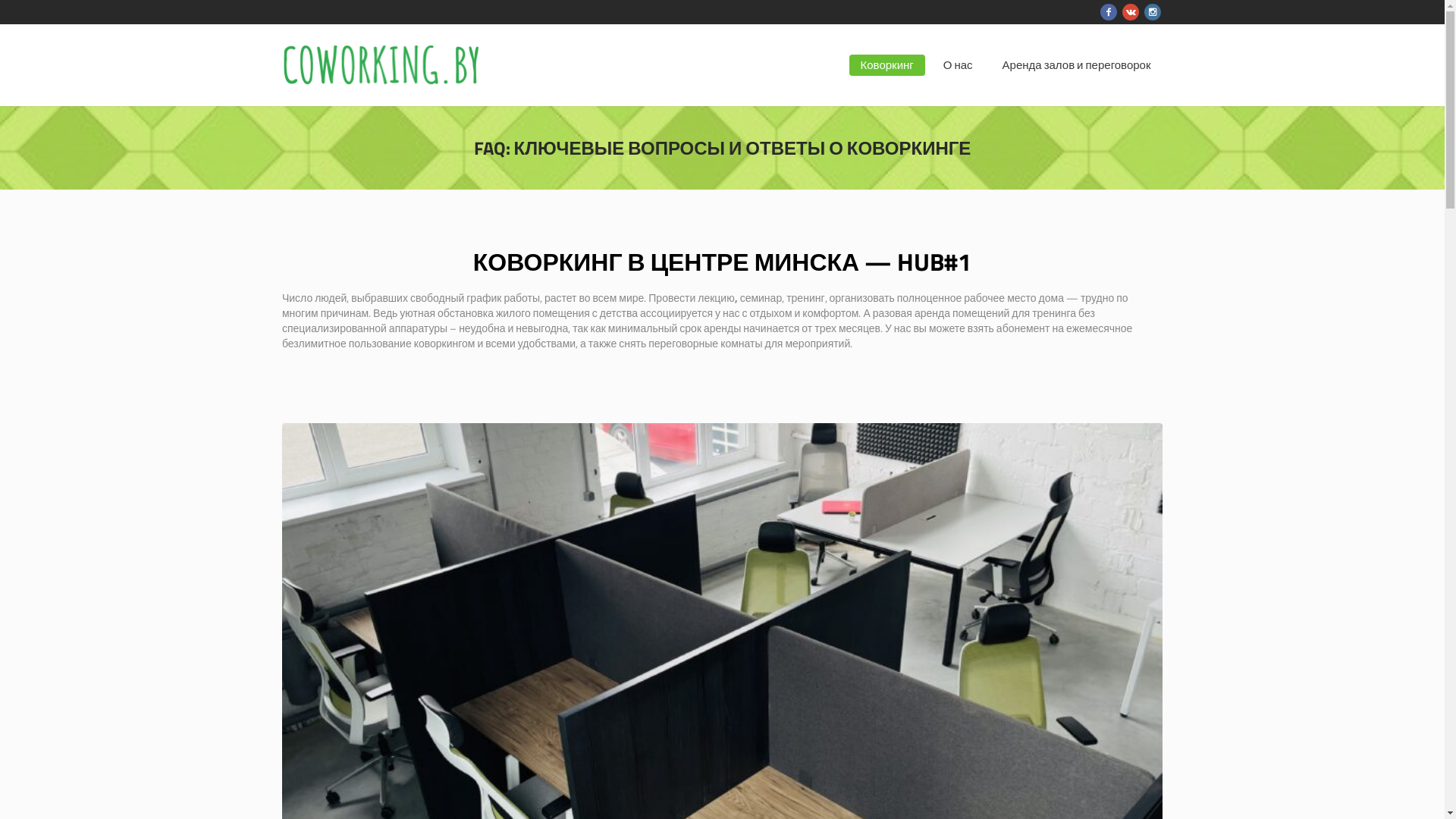 The height and width of the screenshot is (819, 1456). What do you see at coordinates (1107, 11) in the screenshot?
I see `'Facebook'` at bounding box center [1107, 11].